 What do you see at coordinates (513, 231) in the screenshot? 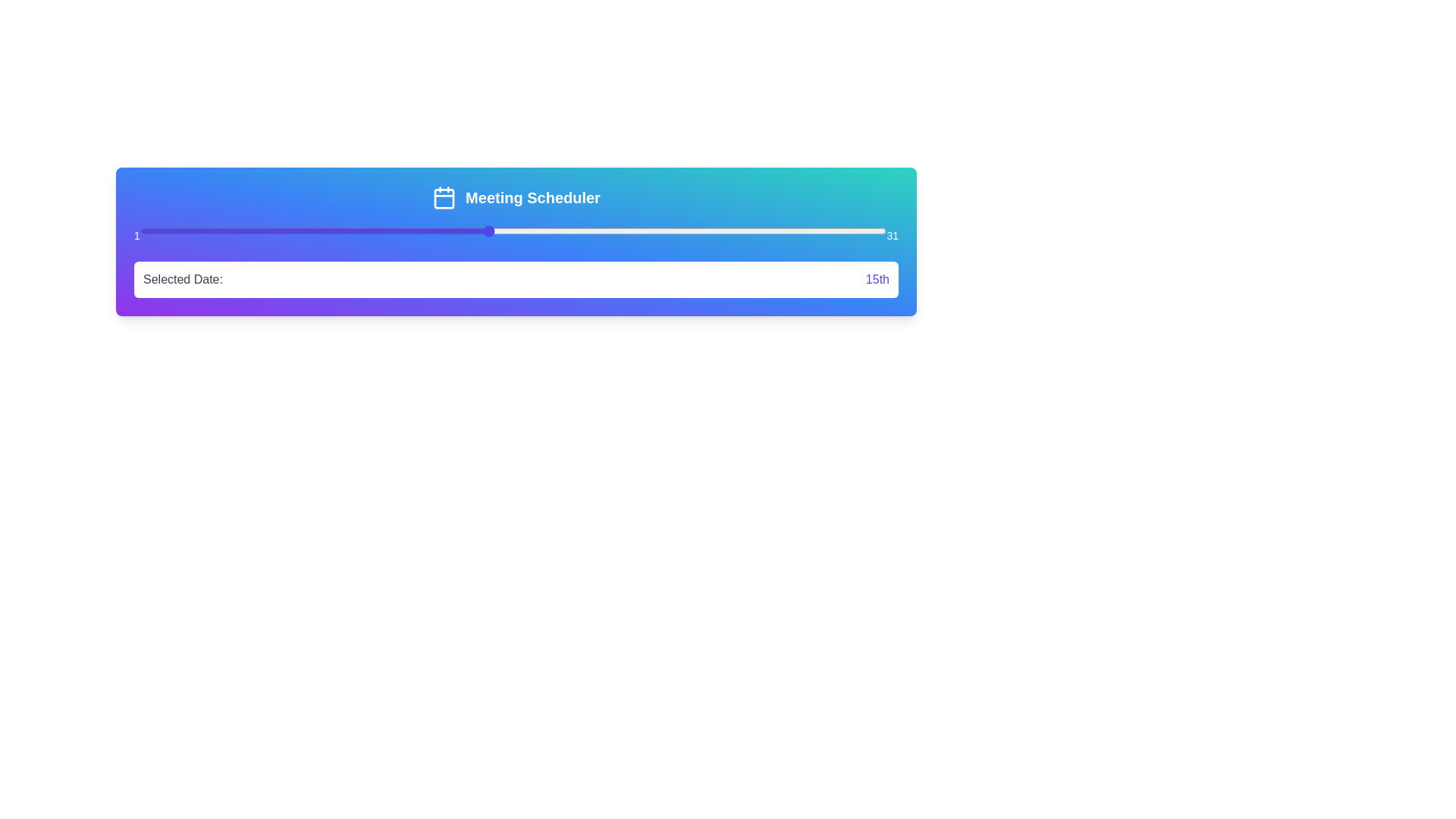
I see `the horizontal slider positioned centrally between the text labels '1' and '31' for keyboard adjustments` at bounding box center [513, 231].